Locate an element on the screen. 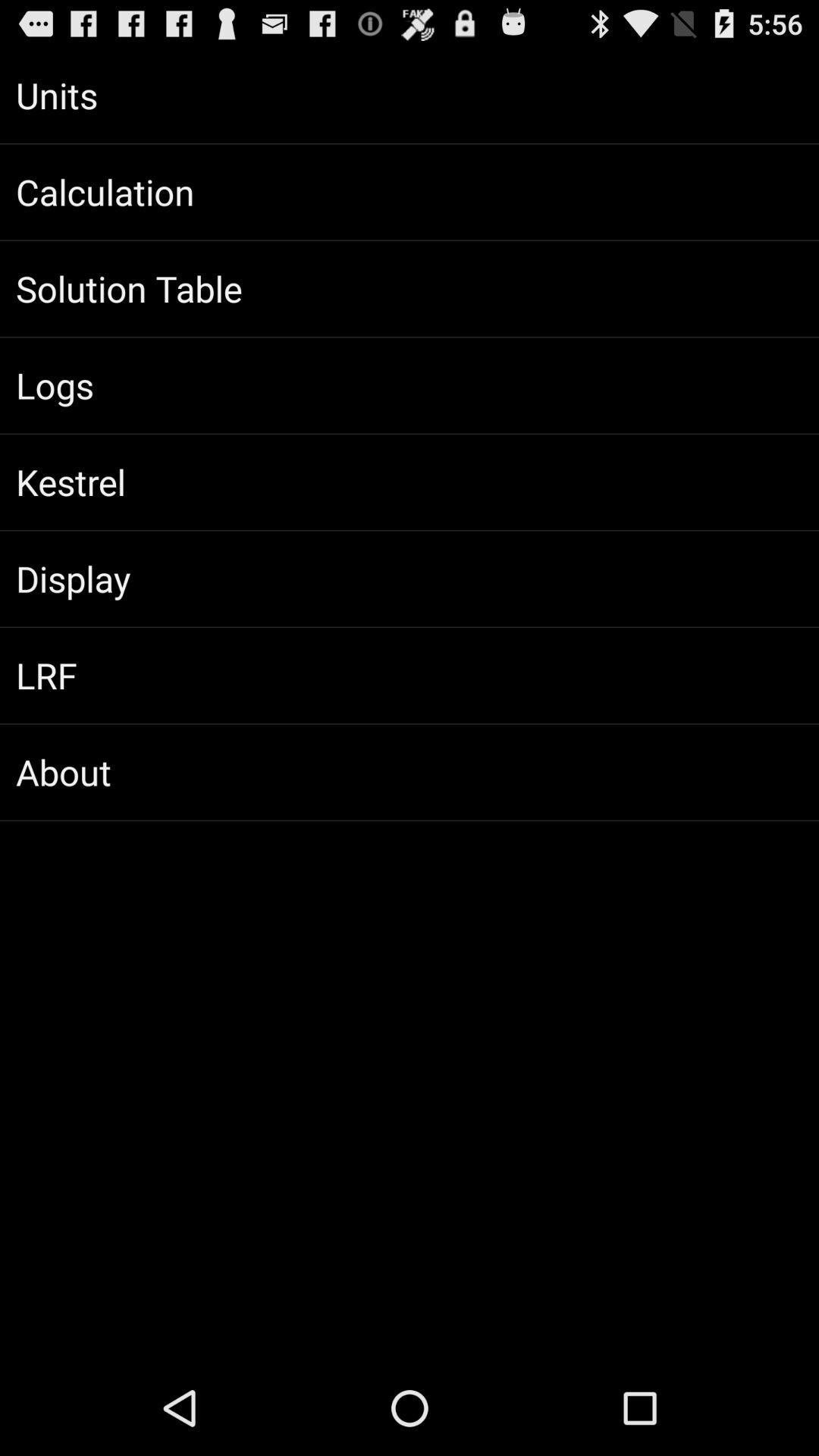 This screenshot has width=819, height=1456. app above the calculation icon is located at coordinates (409, 94).